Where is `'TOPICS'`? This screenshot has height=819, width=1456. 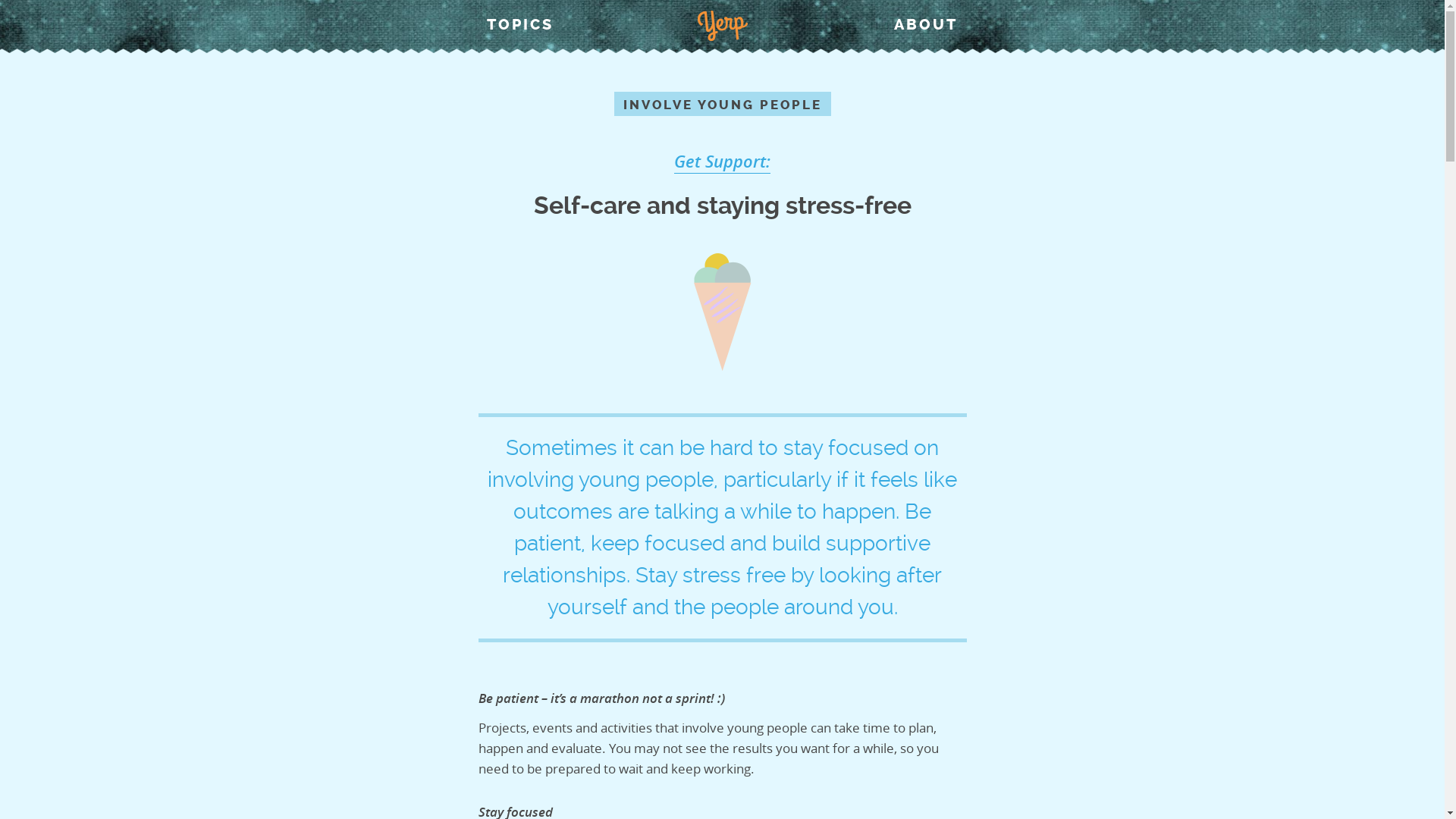 'TOPICS' is located at coordinates (520, 24).